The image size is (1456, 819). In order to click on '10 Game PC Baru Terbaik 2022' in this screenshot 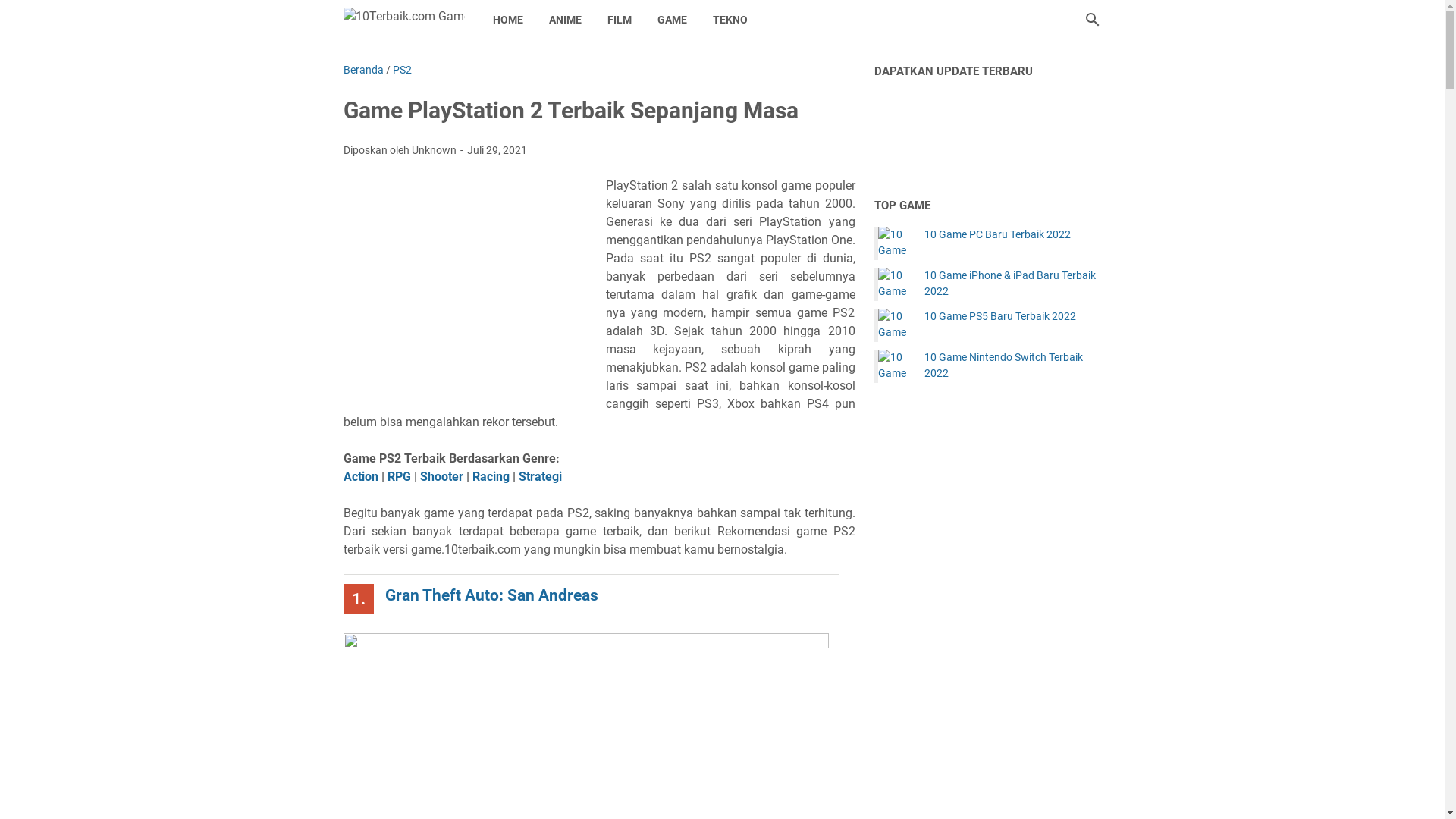, I will do `click(877, 242)`.